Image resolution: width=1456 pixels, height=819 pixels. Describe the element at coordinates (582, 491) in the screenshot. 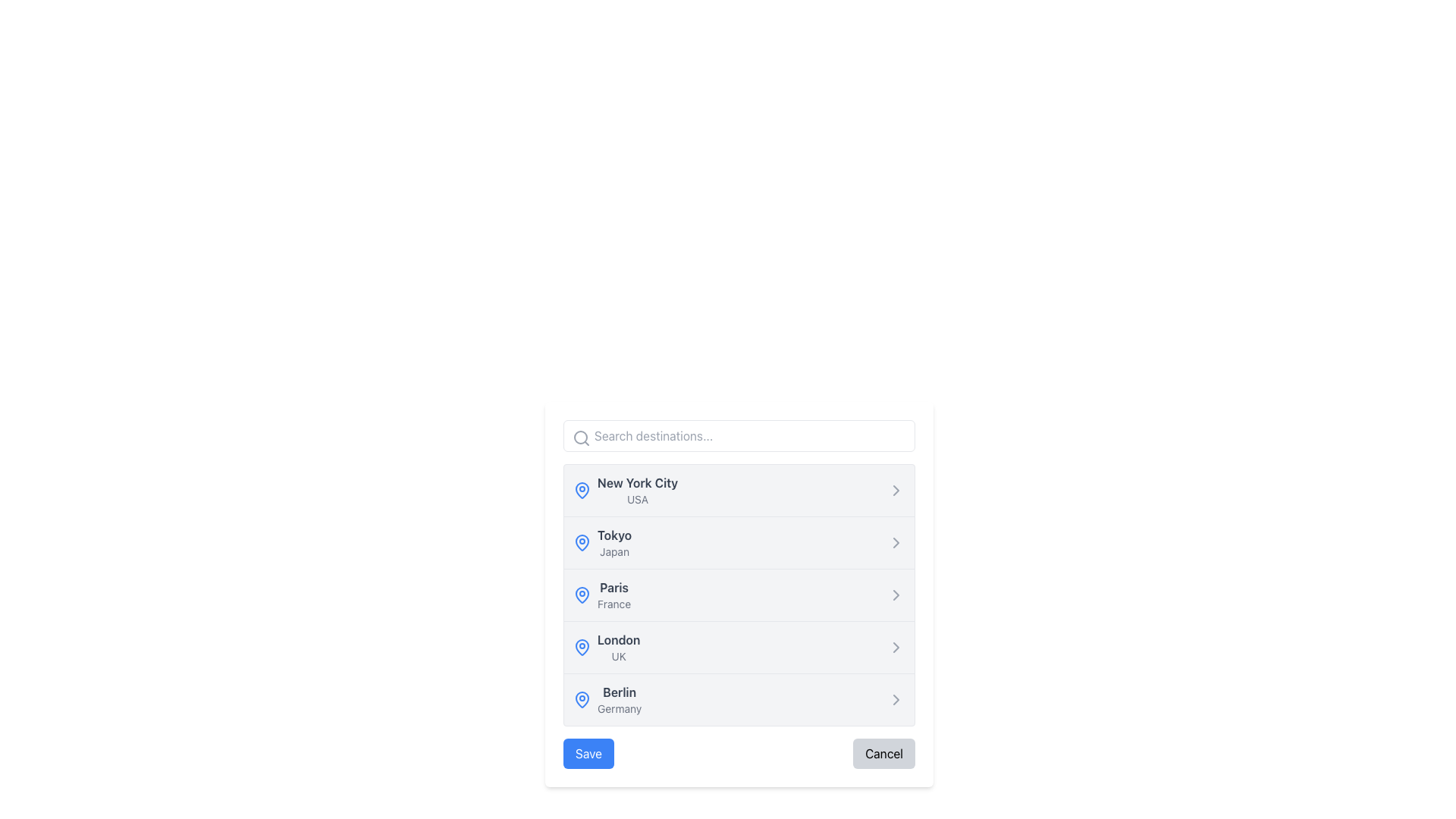

I see `the blue map pin icon with a hollow center, positioned to the left of the text 'New York City USA'` at that location.